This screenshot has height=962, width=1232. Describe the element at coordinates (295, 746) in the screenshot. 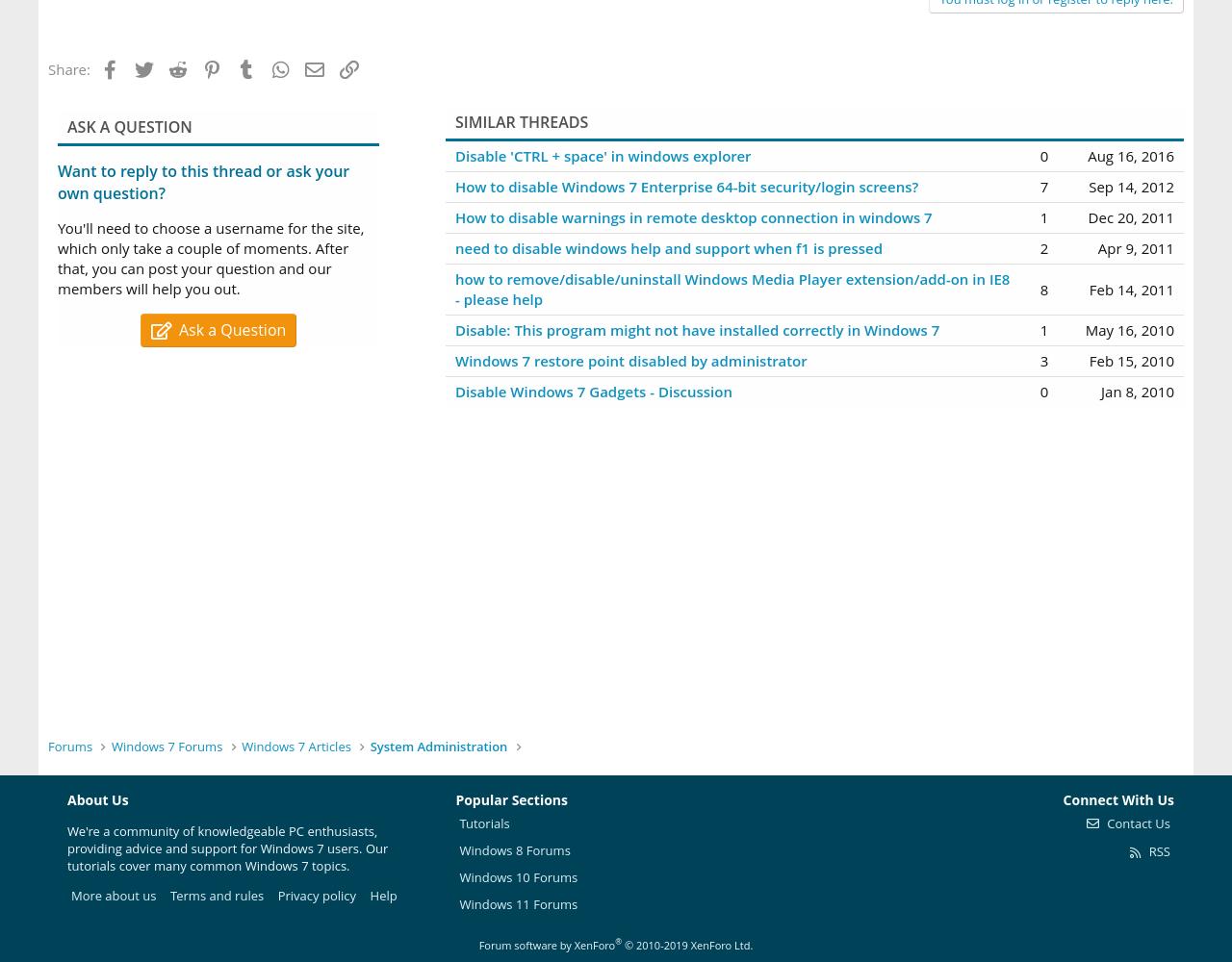

I see `'Windows 7 Articles'` at that location.